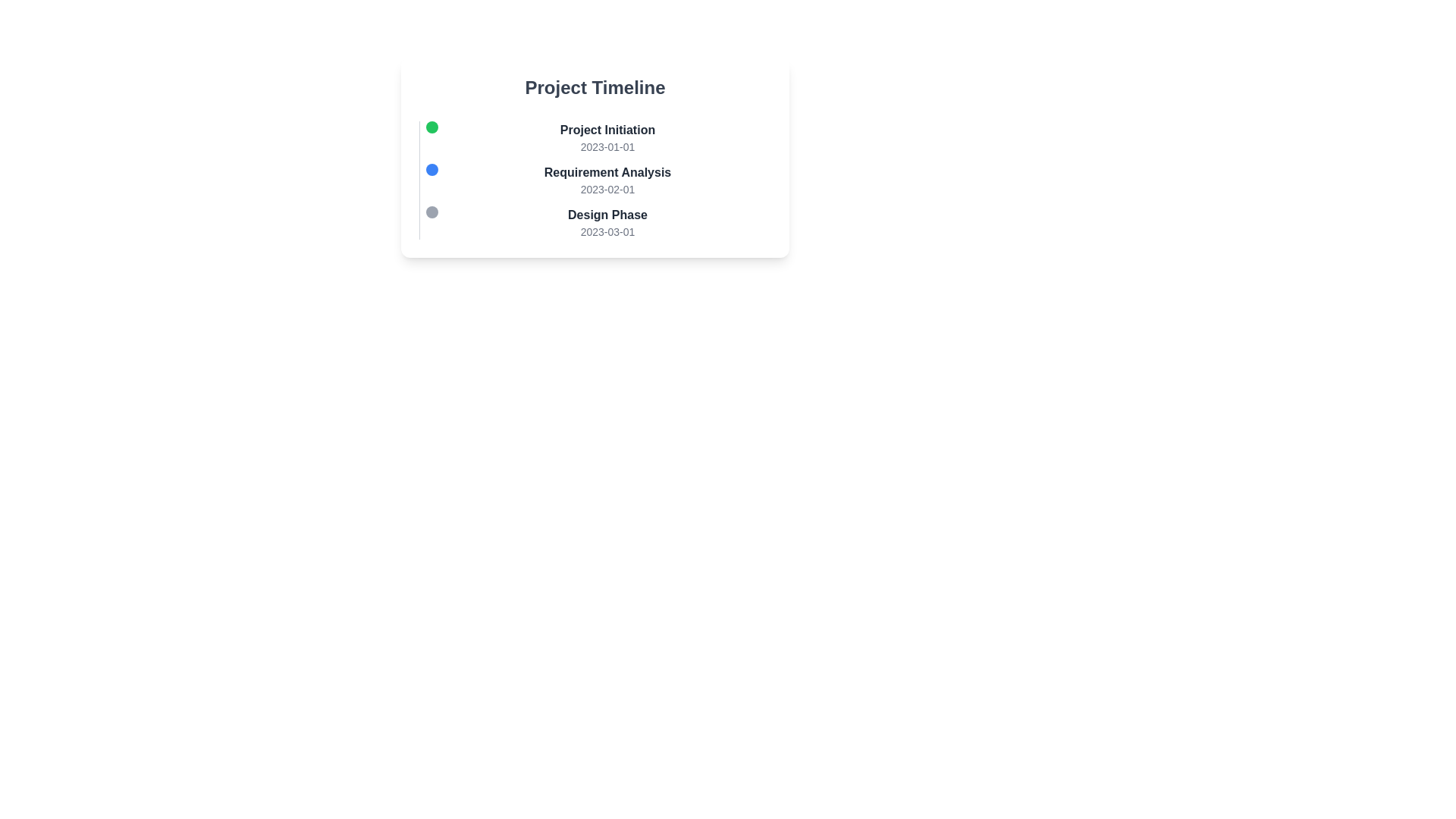 This screenshot has width=1456, height=819. I want to click on the Circle marker that serves as a visual marker for the 'Design Phase' entry in the project timeline, located to the left of the text 'Design Phase' and the date '2023-03-01', so click(431, 212).